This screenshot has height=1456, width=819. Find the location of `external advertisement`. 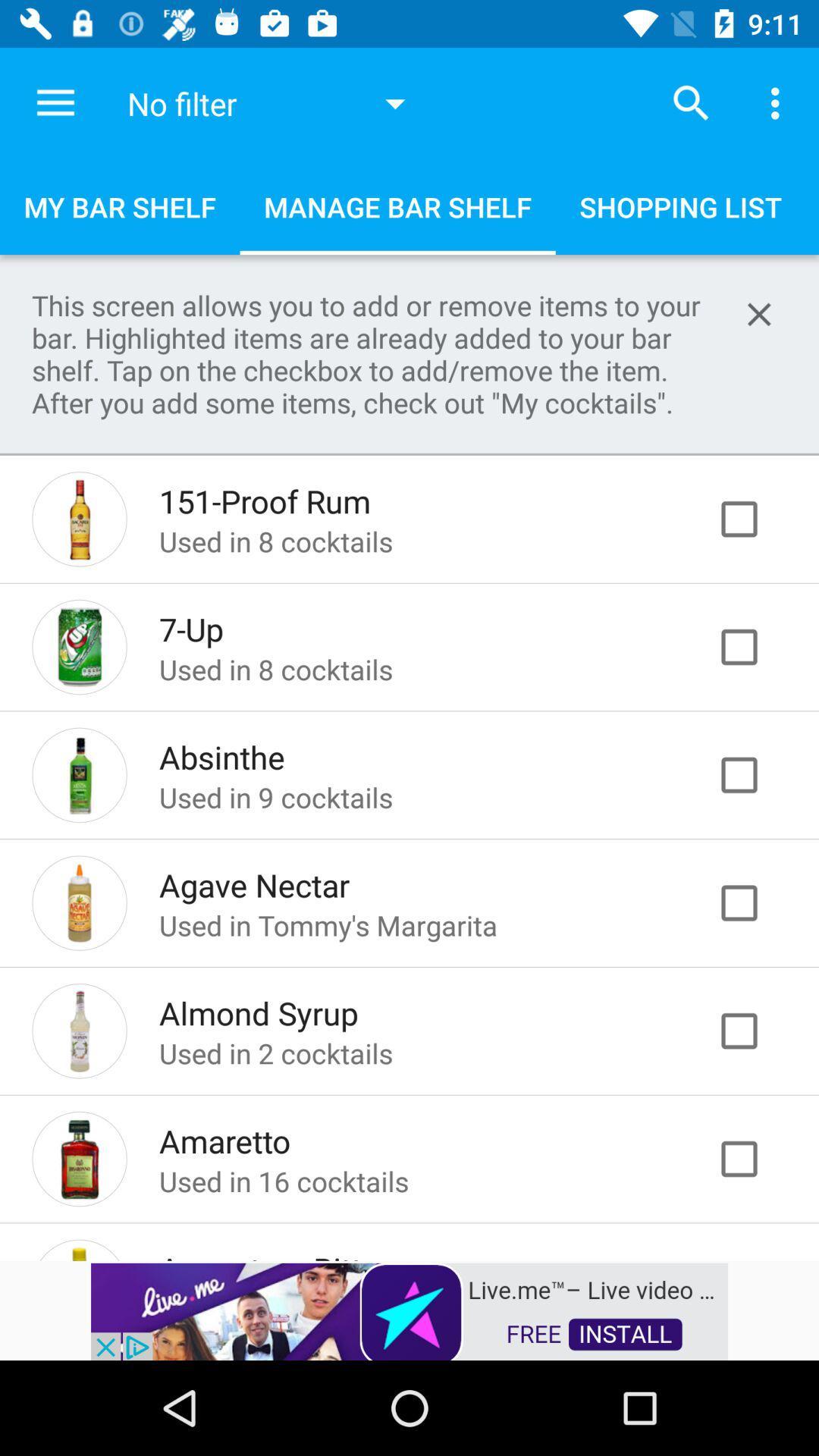

external advertisement is located at coordinates (409, 1310).